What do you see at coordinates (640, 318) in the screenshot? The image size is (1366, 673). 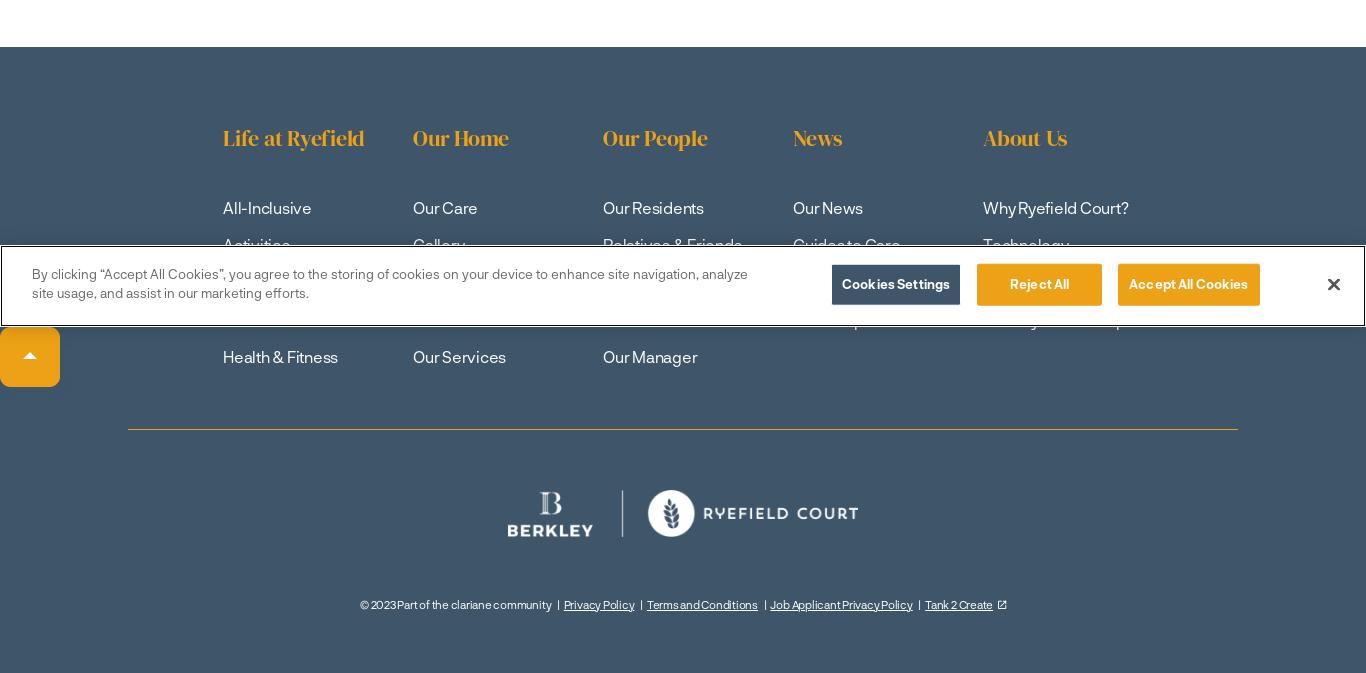 I see `'Our Teams'` at bounding box center [640, 318].